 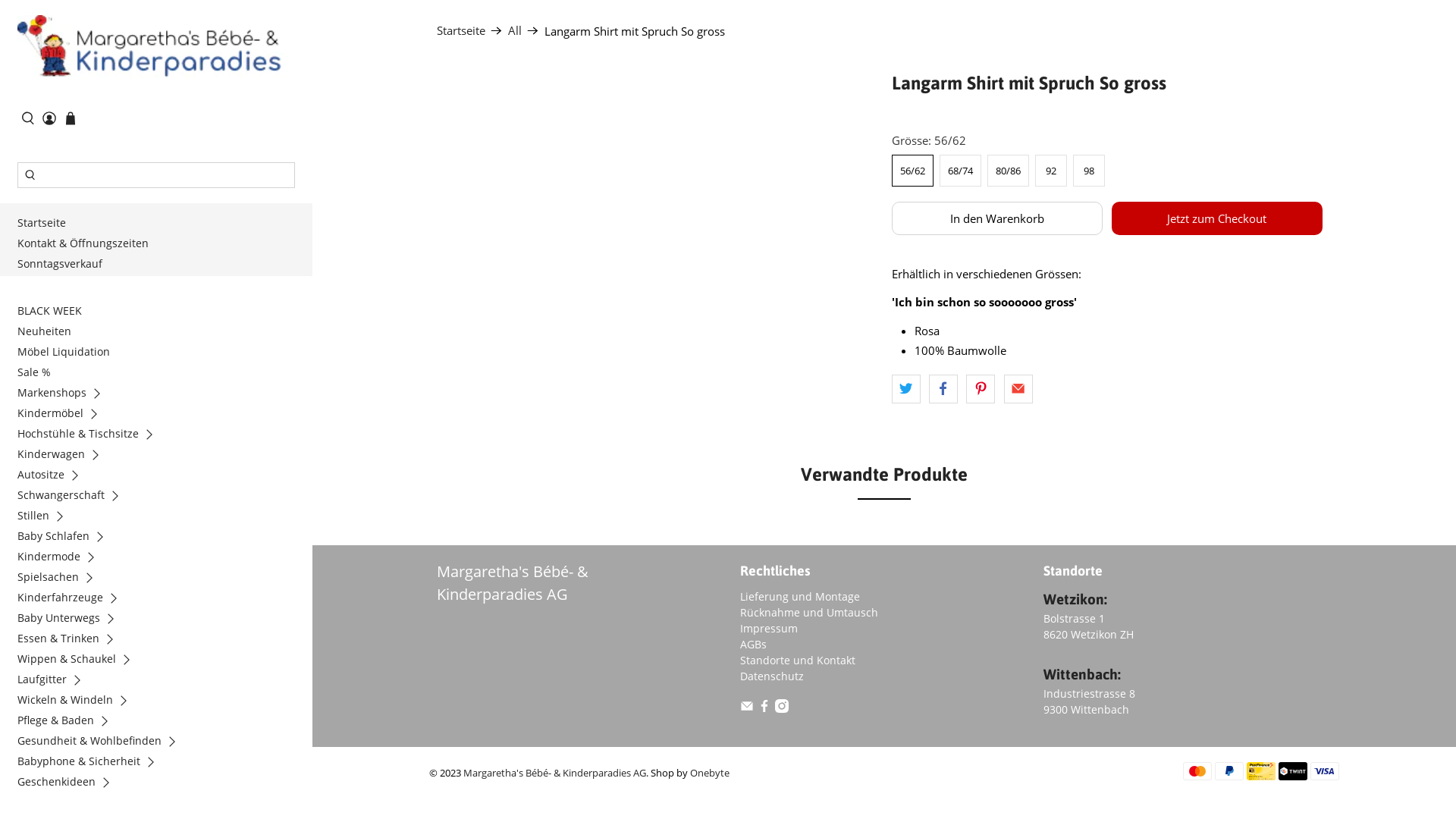 What do you see at coordinates (1018, 388) in the screenshot?
I see `'An einen Freund mailen'` at bounding box center [1018, 388].